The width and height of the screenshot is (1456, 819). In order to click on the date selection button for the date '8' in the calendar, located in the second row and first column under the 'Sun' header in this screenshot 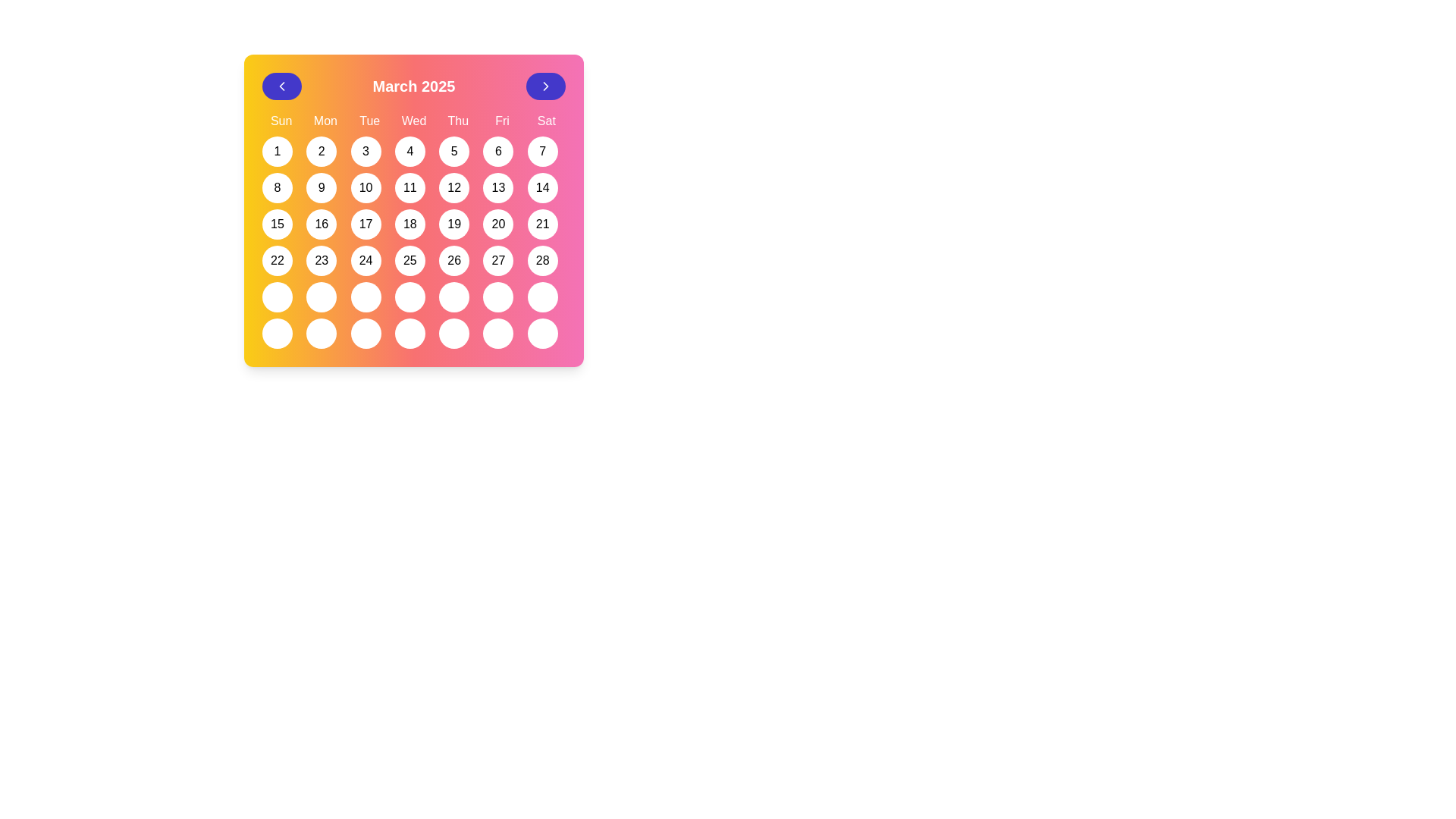, I will do `click(277, 187)`.